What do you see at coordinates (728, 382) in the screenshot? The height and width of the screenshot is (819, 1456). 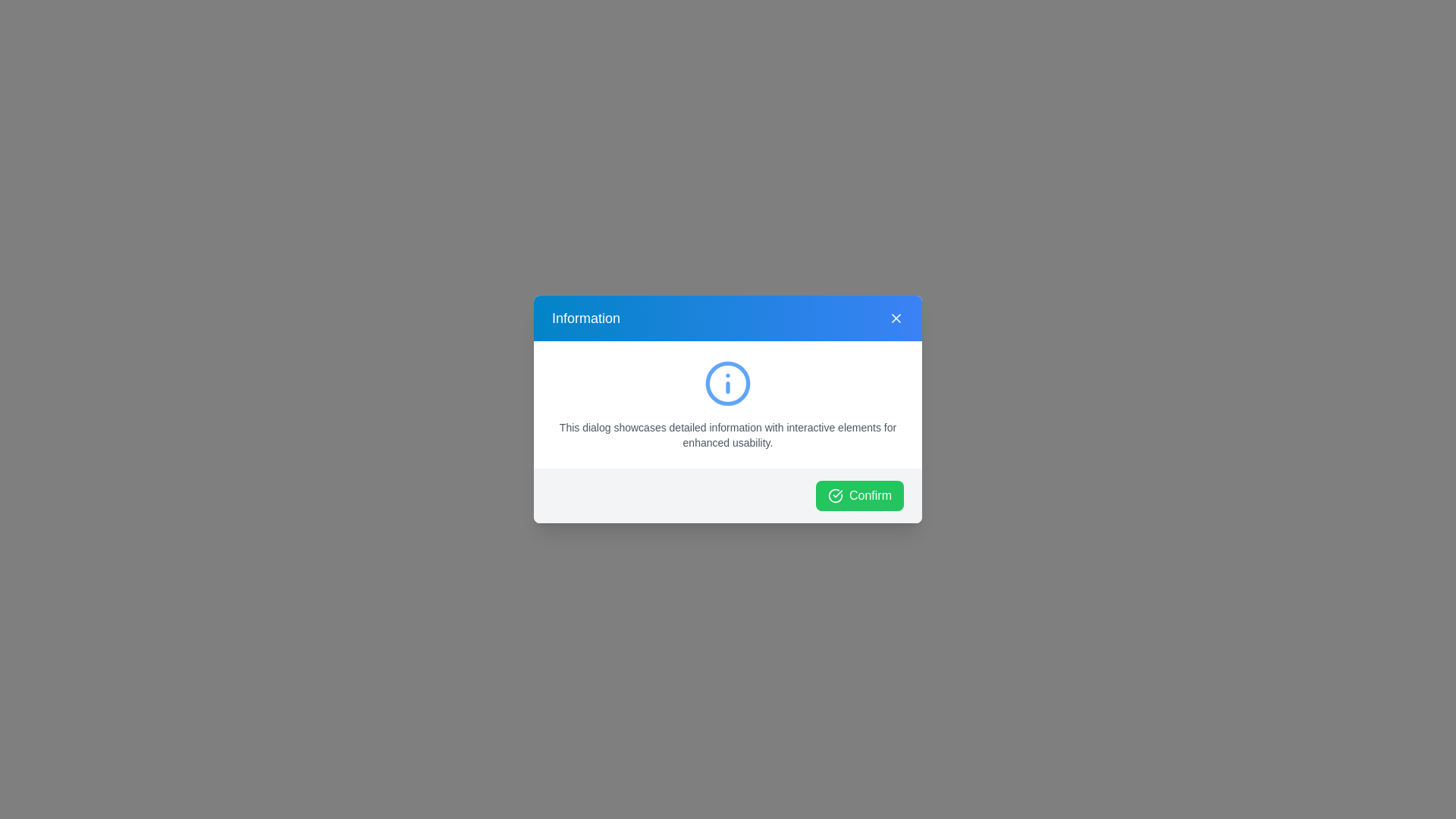 I see `the informational icon located centrally within the dialog box, positioned above the descriptive text and below the header` at bounding box center [728, 382].